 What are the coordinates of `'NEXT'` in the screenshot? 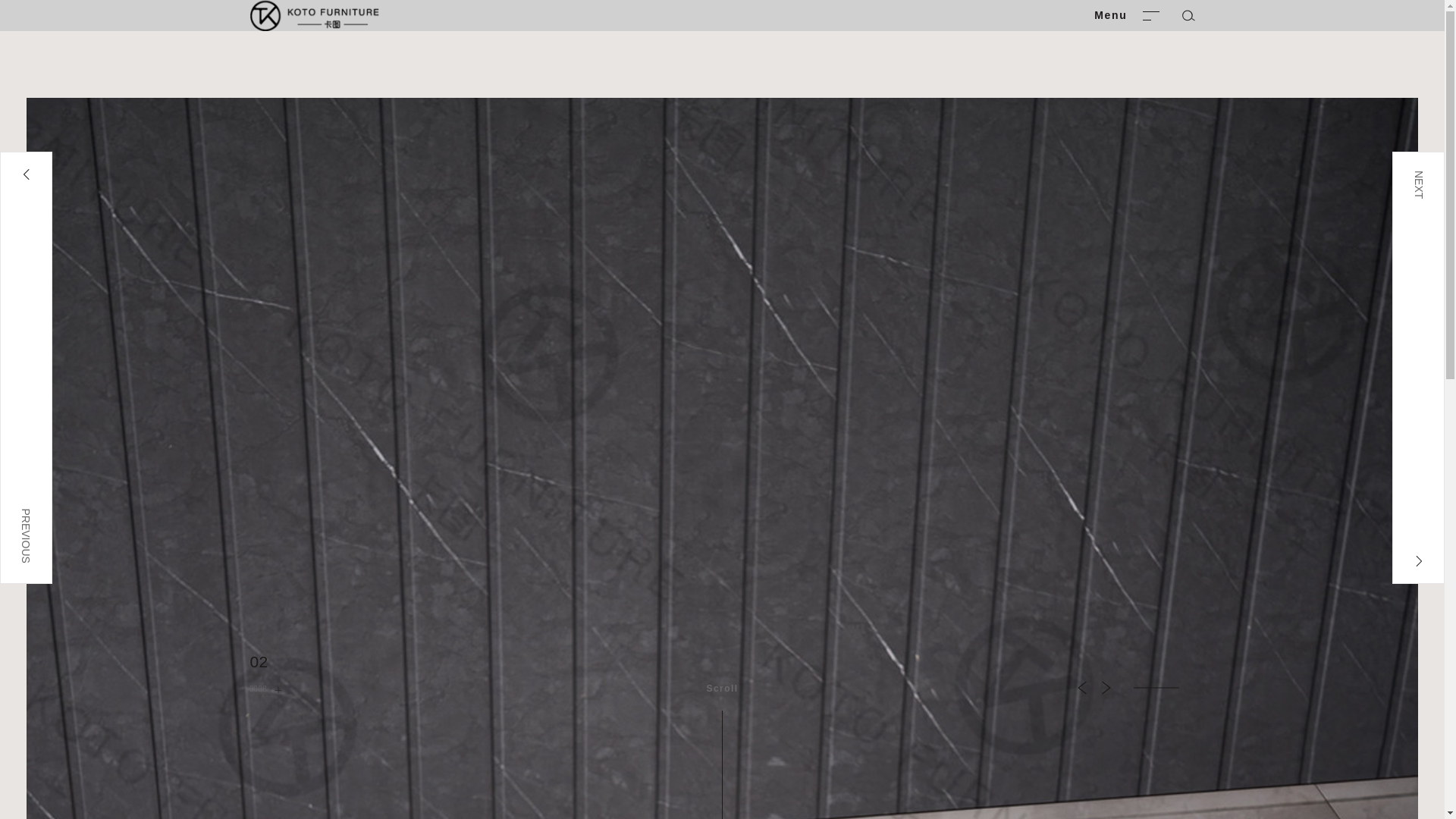 It's located at (1393, 368).